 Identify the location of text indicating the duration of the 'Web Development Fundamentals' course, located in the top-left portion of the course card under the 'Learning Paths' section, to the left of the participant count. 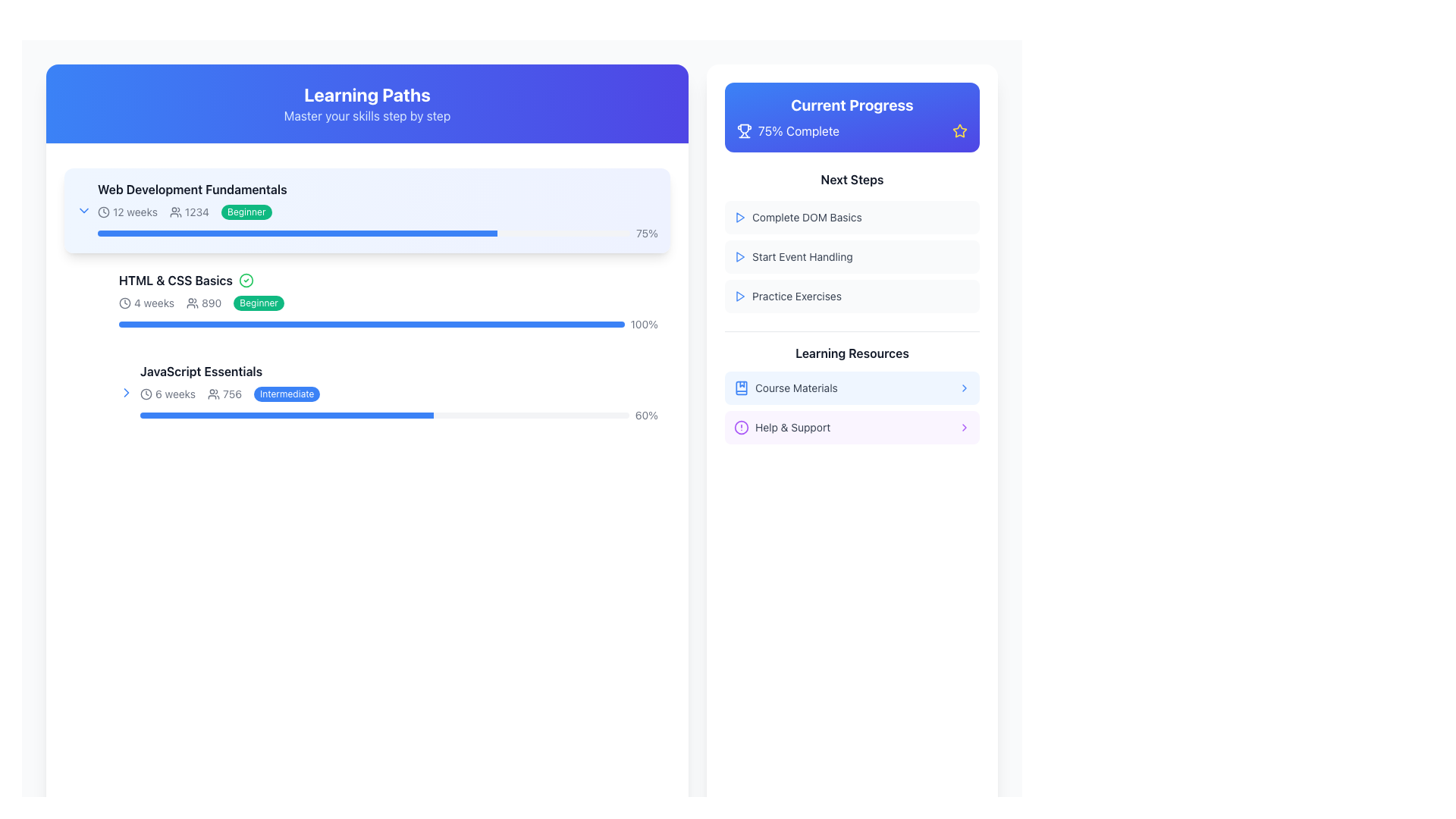
(127, 212).